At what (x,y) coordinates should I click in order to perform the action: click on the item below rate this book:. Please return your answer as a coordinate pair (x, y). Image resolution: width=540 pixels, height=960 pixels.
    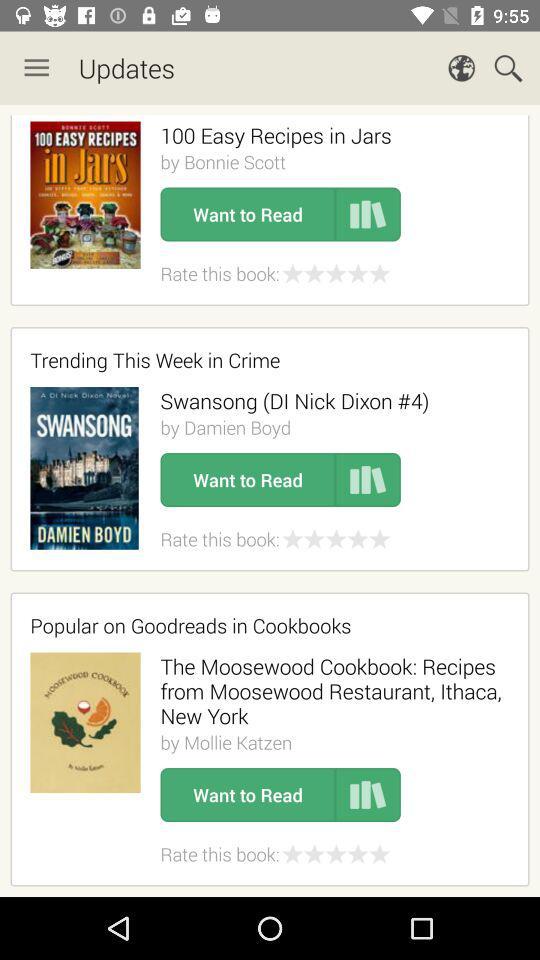
    Looking at the image, I should click on (263, 624).